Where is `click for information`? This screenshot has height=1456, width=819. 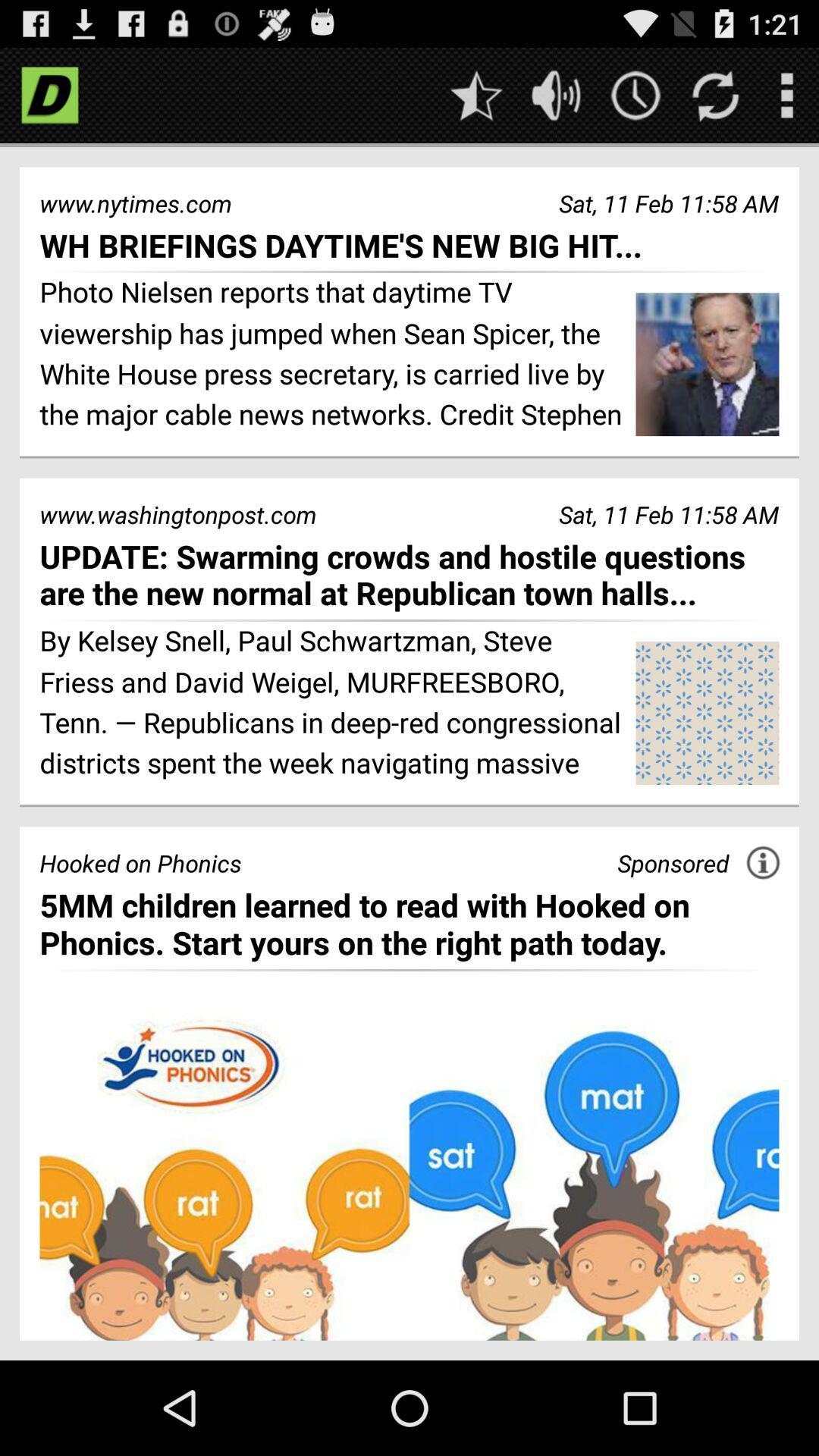 click for information is located at coordinates (763, 862).